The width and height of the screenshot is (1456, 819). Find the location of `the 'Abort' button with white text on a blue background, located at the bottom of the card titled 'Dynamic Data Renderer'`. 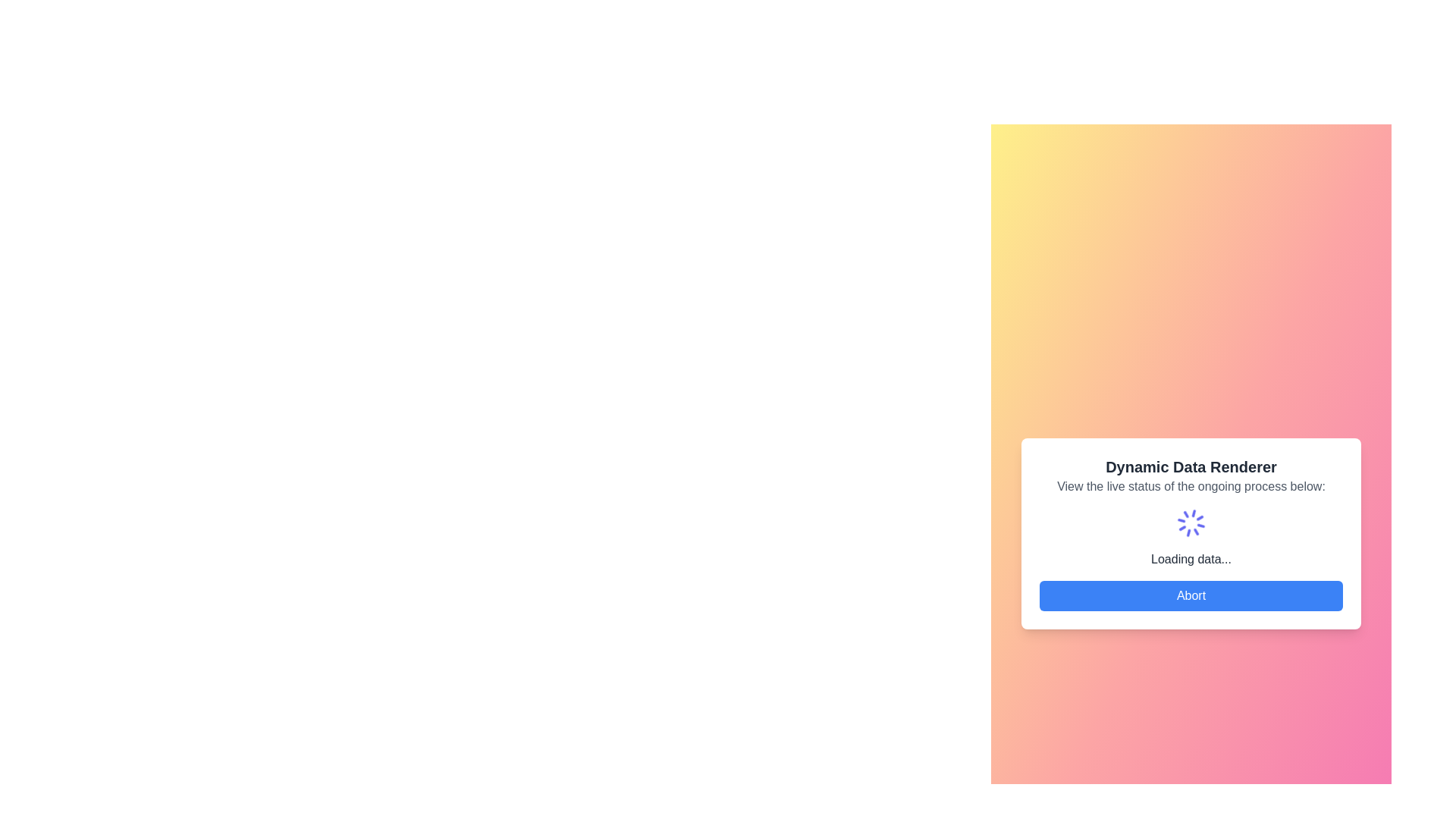

the 'Abort' button with white text on a blue background, located at the bottom of the card titled 'Dynamic Data Renderer' is located at coordinates (1190, 595).